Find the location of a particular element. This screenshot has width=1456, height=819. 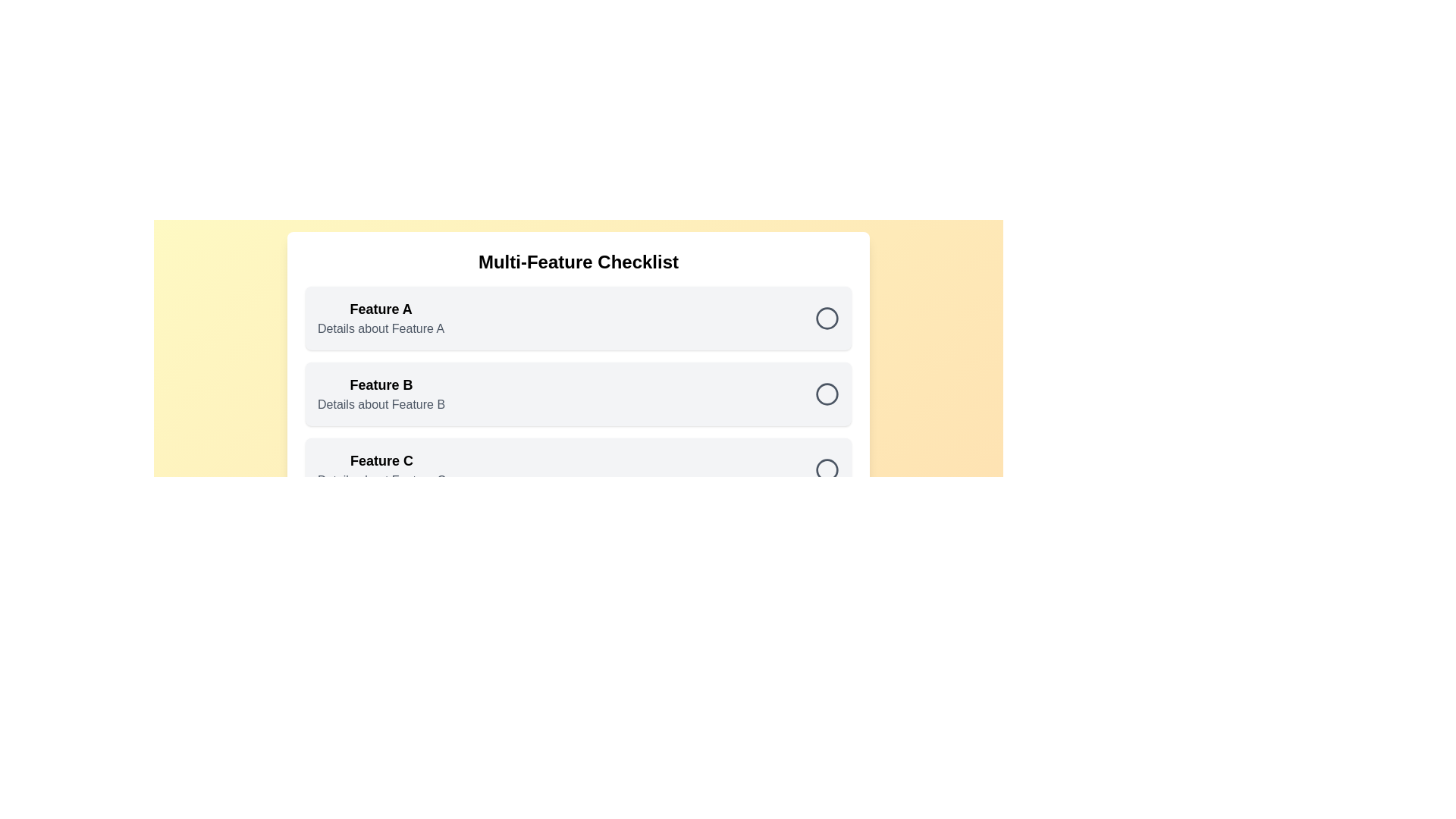

the checklist item corresponding to Feature A is located at coordinates (578, 318).